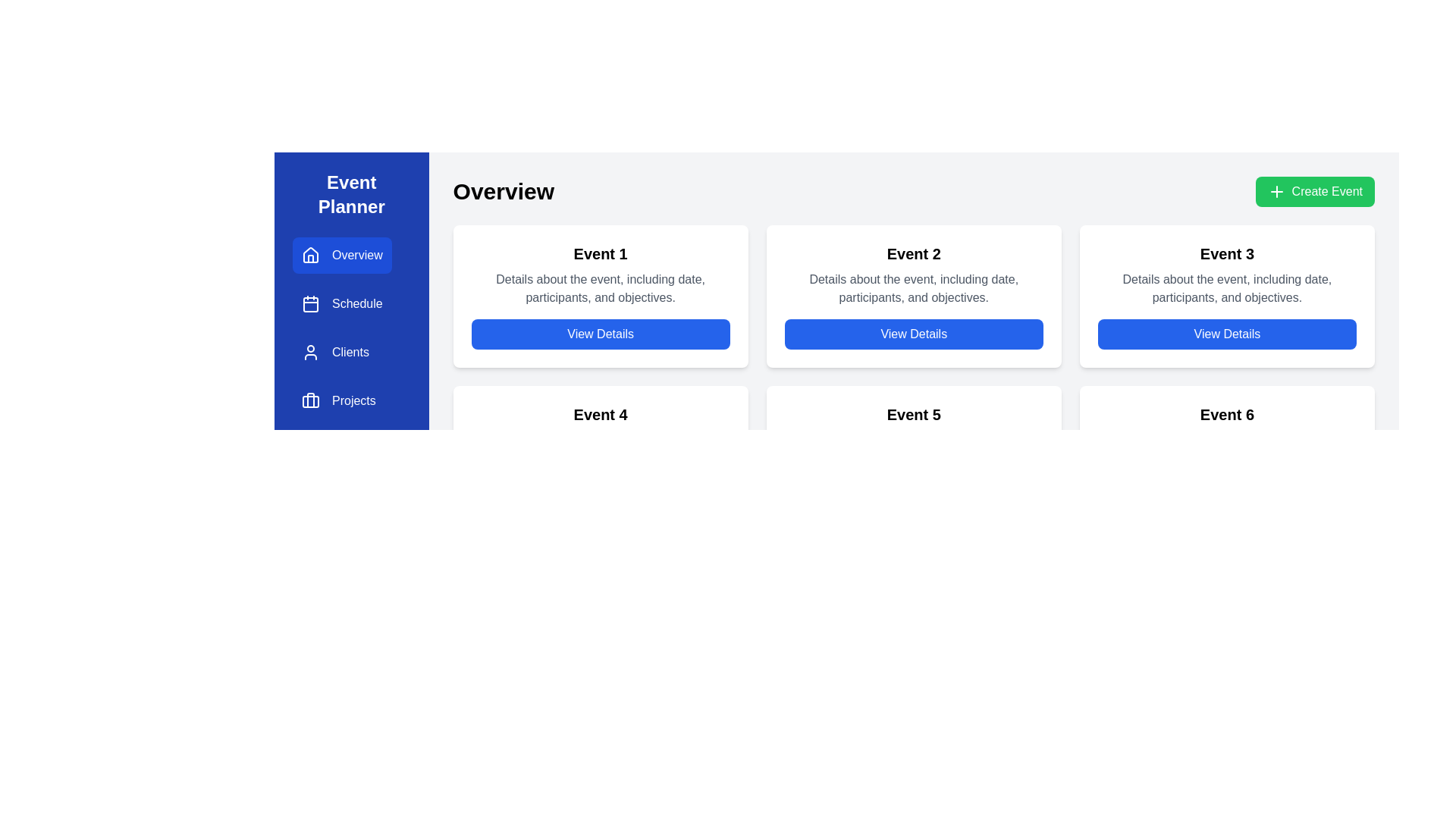 This screenshot has width=1456, height=819. I want to click on the text block that conveys information about the event, located, so click(600, 275).